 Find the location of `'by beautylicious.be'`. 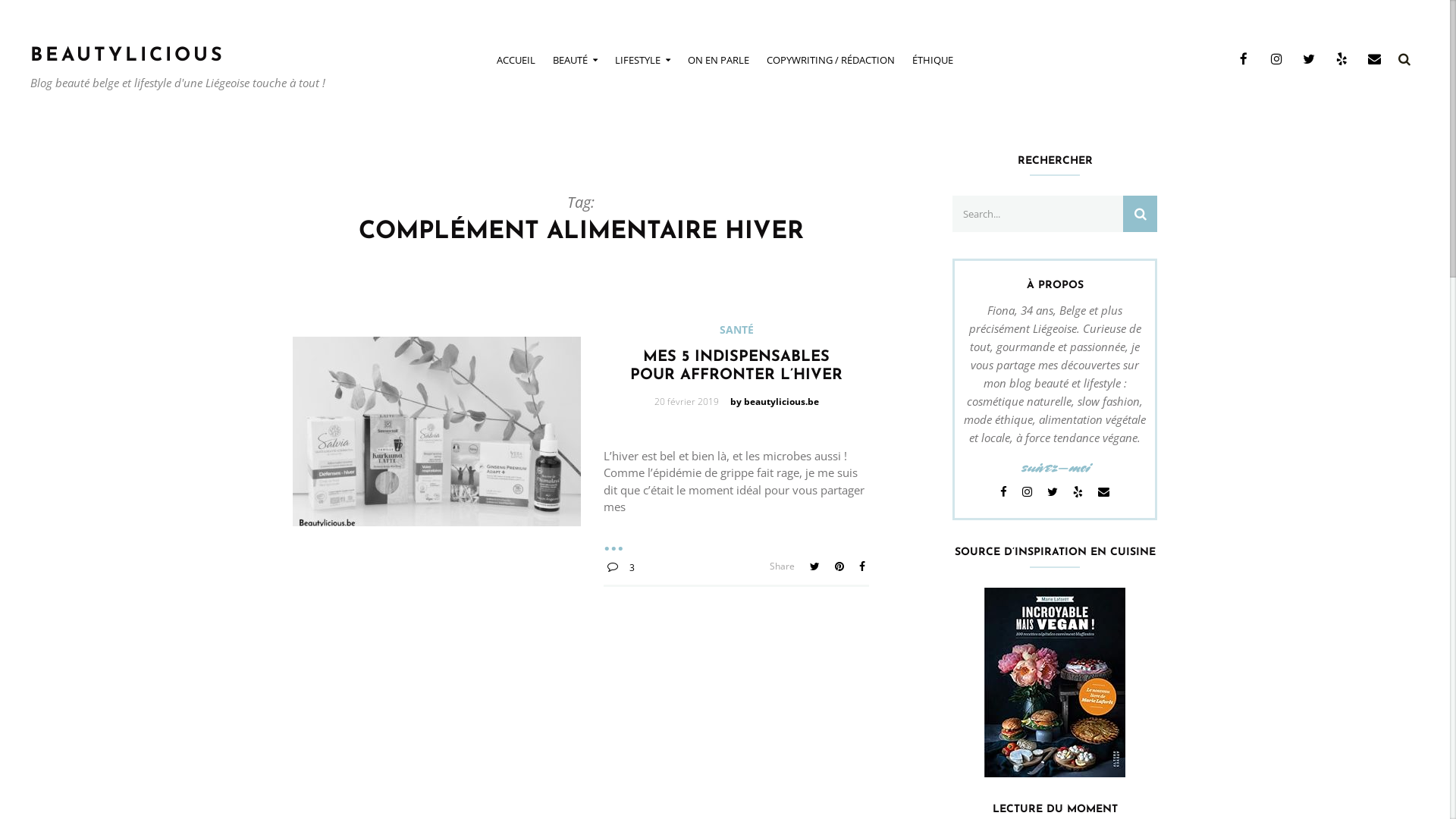

'by beautylicious.be' is located at coordinates (774, 400).